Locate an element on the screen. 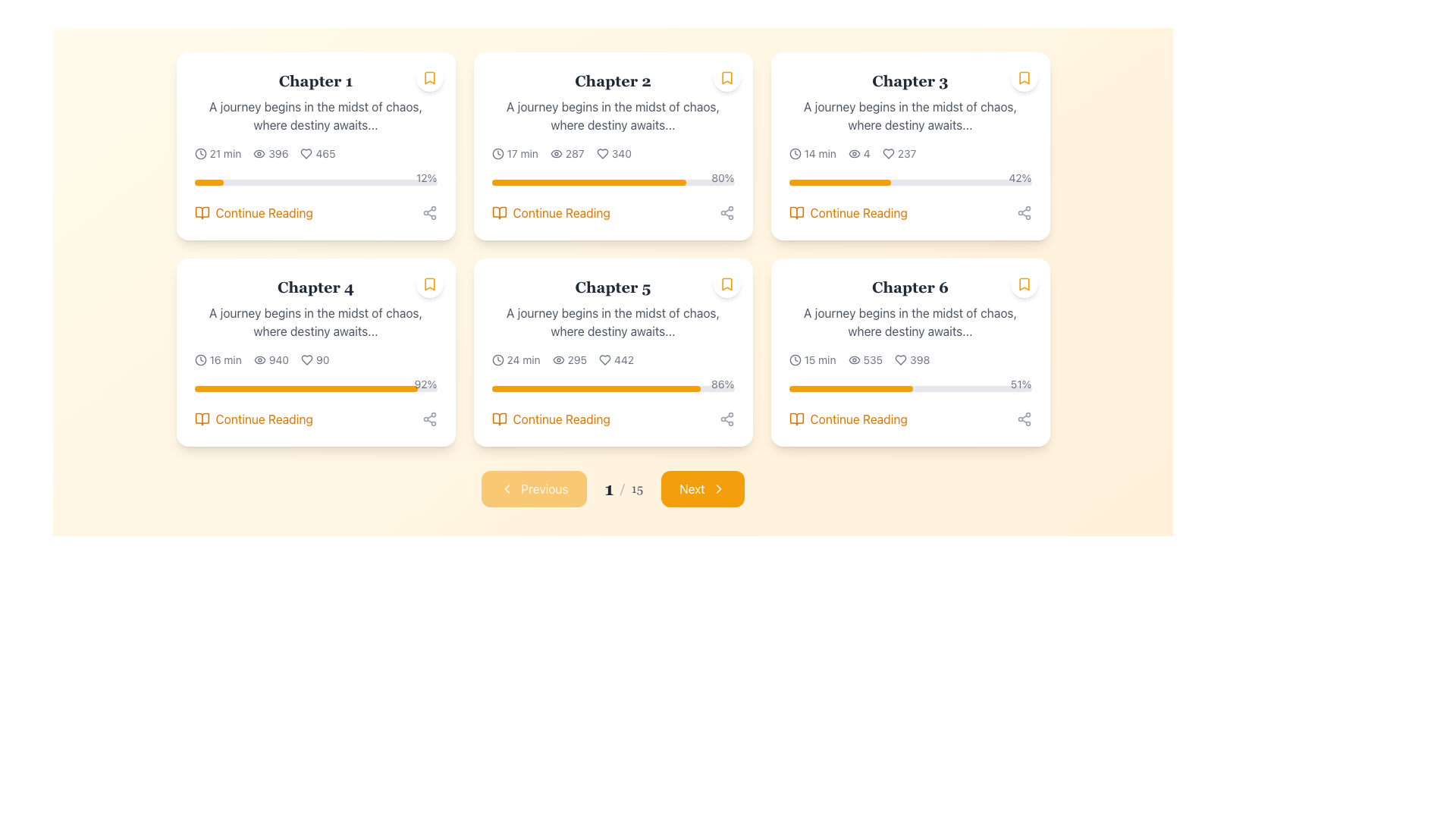  the header 'Chapter 5' is located at coordinates (613, 287).